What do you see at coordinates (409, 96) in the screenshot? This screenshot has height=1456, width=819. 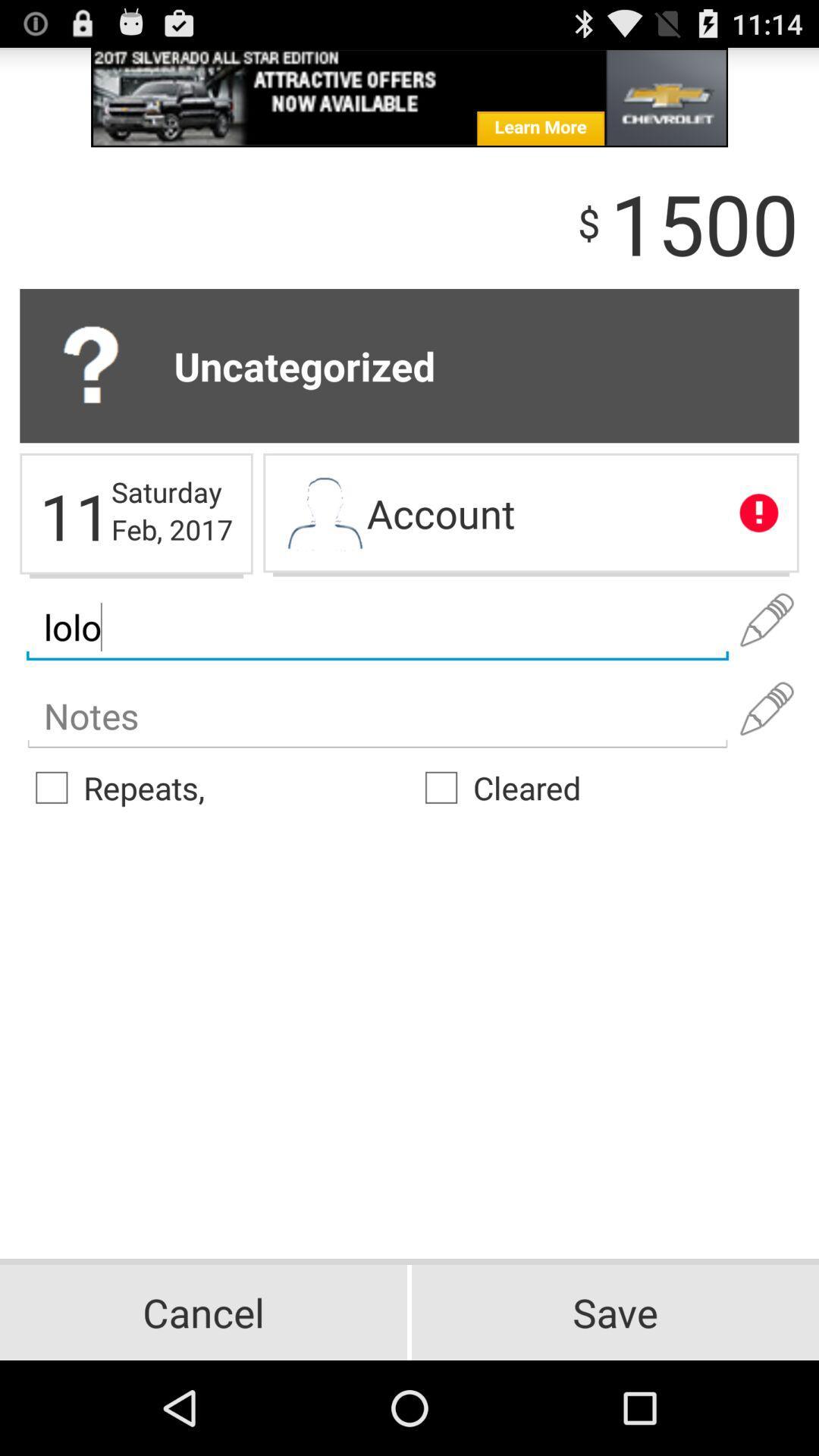 I see `advertisement` at bounding box center [409, 96].